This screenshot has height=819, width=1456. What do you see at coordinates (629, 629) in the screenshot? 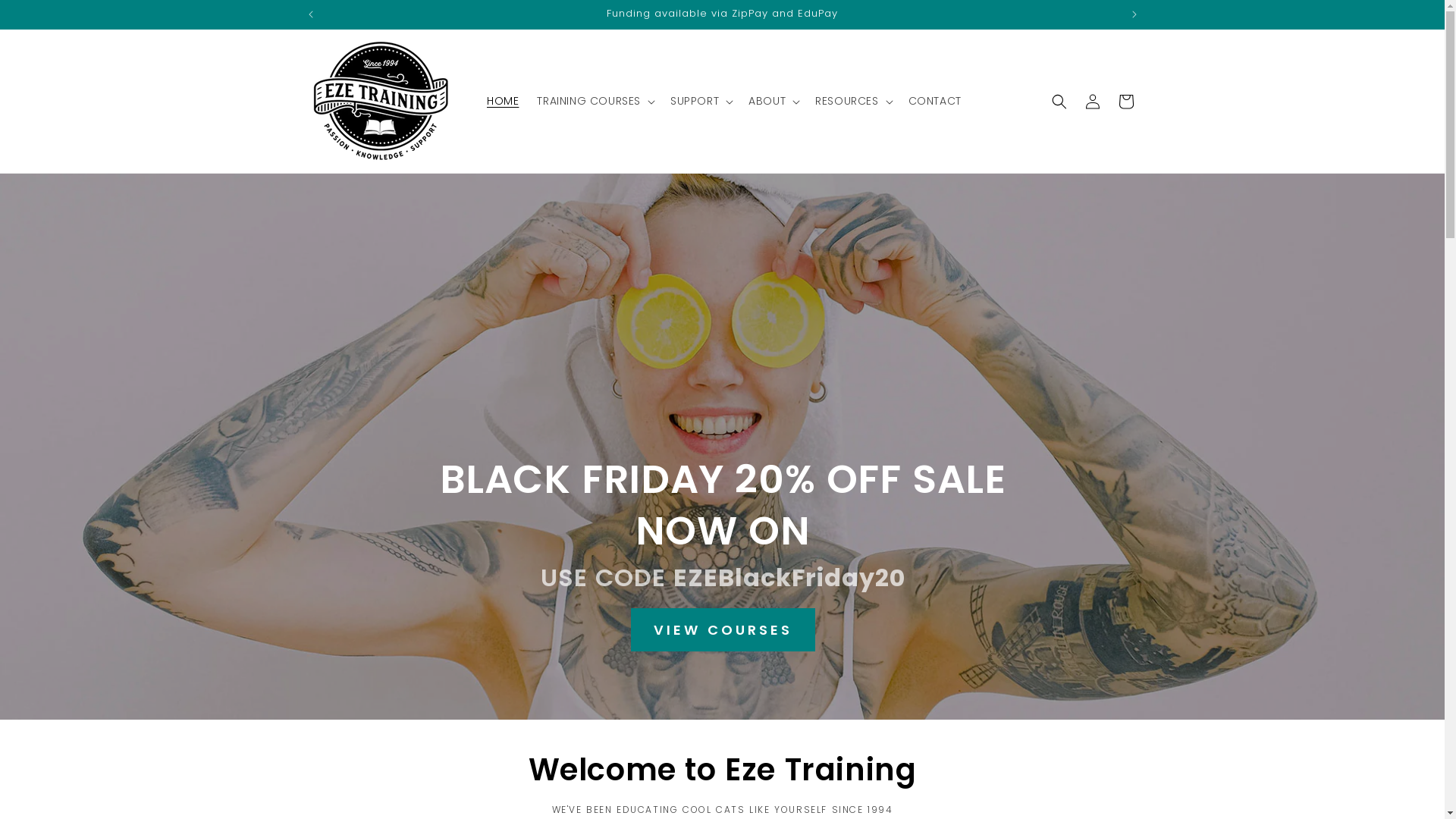
I see `'VIEW COURSES'` at bounding box center [629, 629].